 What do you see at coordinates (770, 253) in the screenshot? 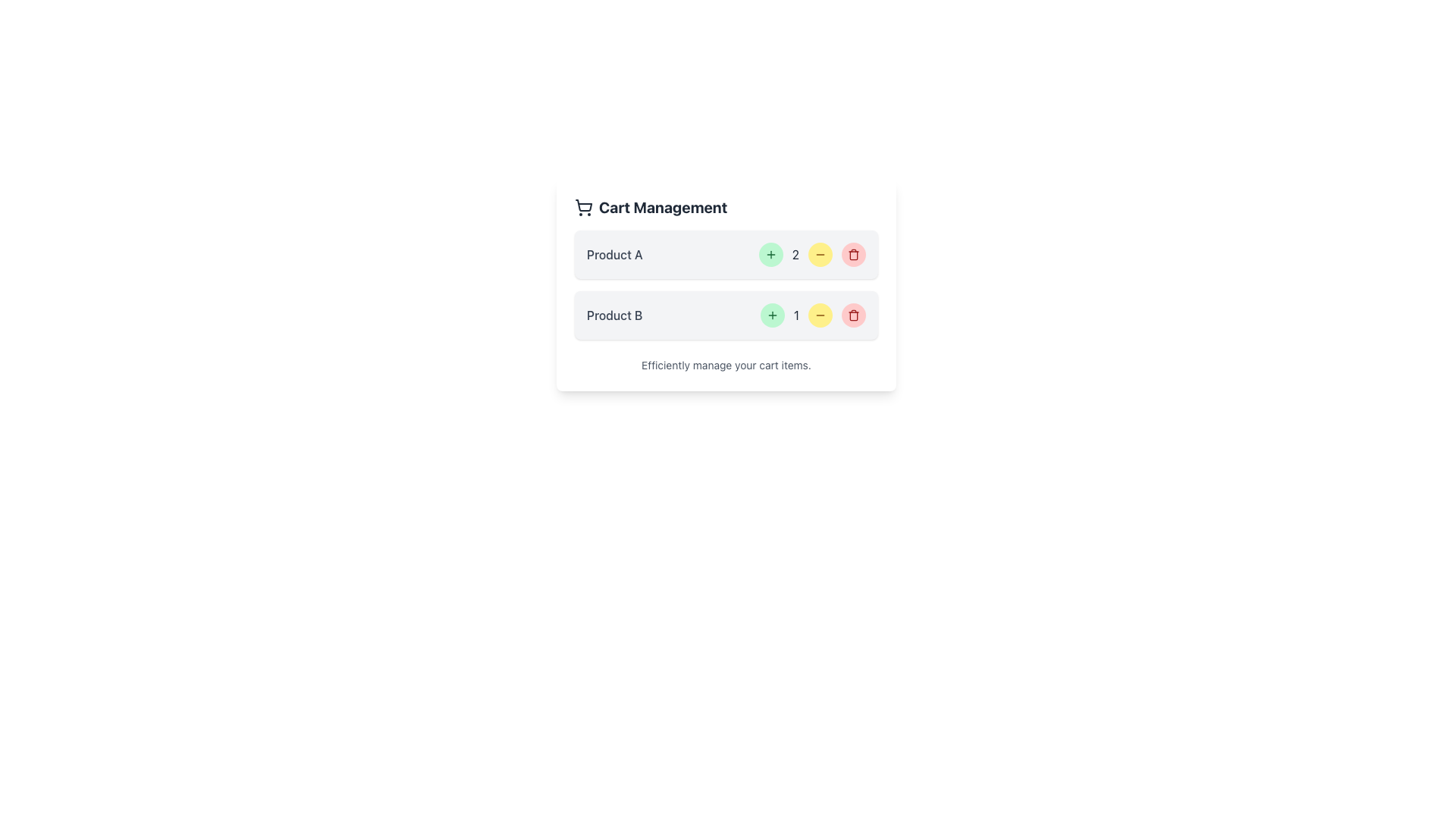
I see `the increment button for 'Product A' to increase its quantity in the cart, which is positioned to the left of the yellow minus button and to the right of the quantity display '2'` at bounding box center [770, 253].